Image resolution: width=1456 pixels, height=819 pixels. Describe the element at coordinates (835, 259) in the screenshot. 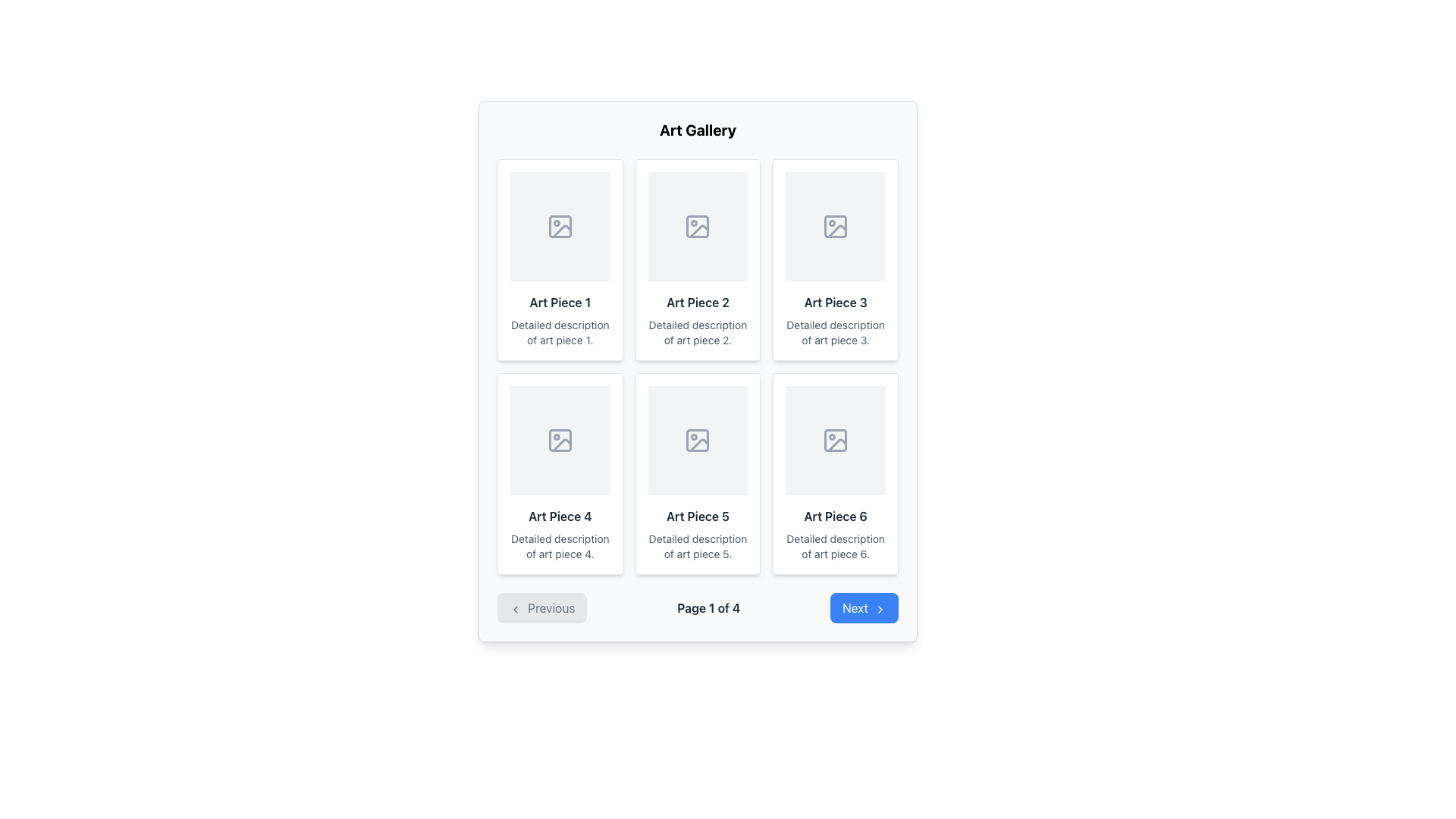

I see `displayed details of the art piece on the third card in the Art Gallery section, which provides an overview of the title and description` at that location.